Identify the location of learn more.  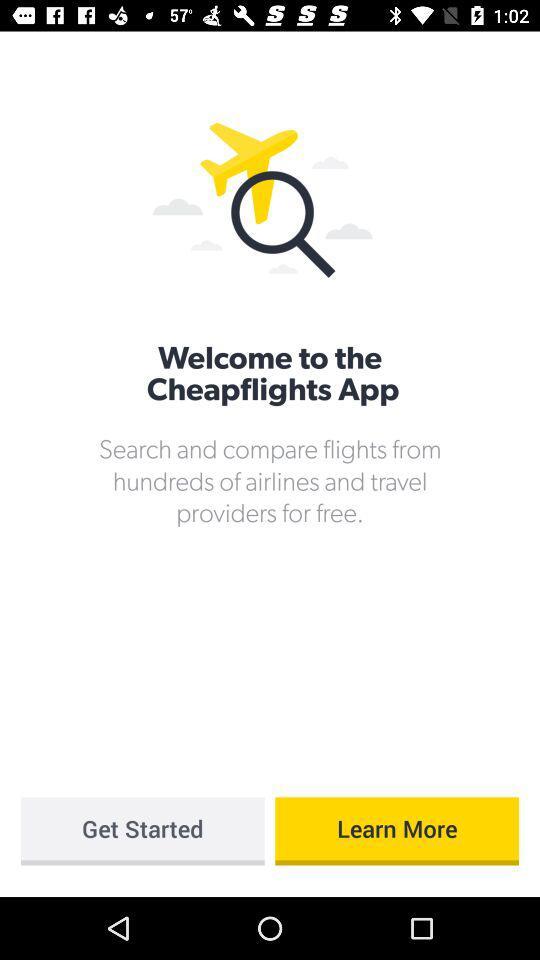
(397, 831).